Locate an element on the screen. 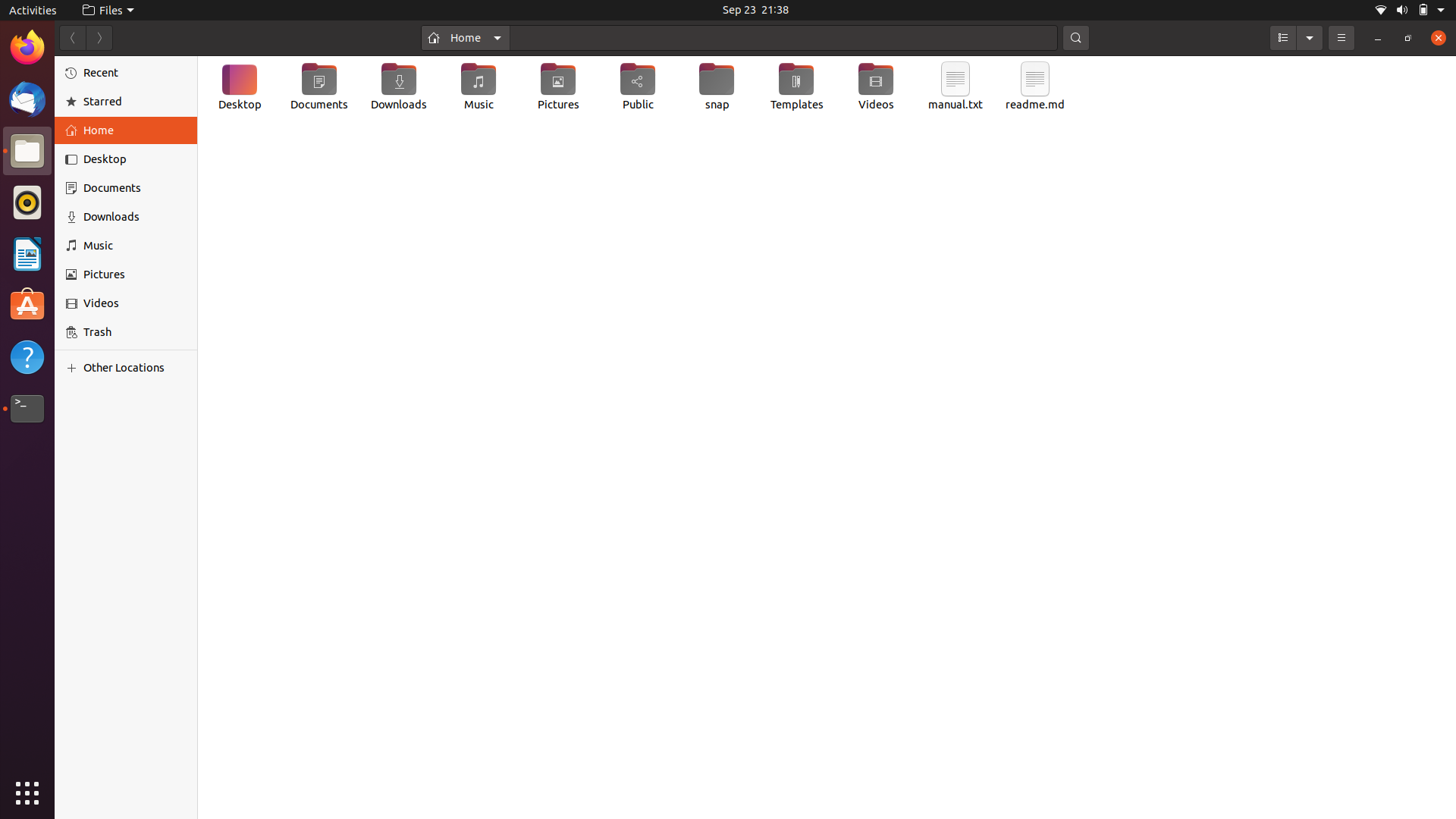  Locate and open the "Templates" folder is located at coordinates (795, 88).